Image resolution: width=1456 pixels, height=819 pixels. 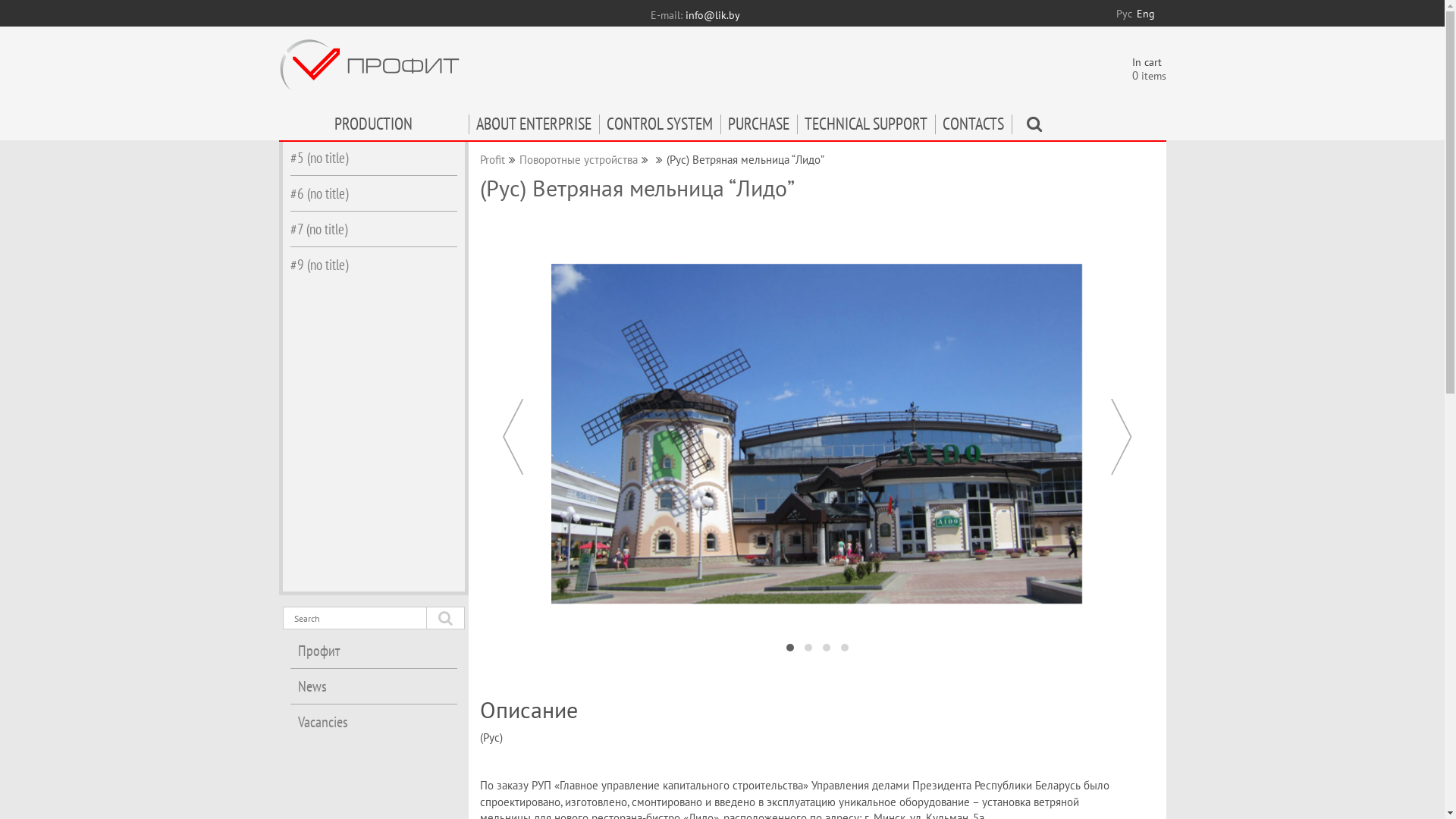 What do you see at coordinates (374, 127) in the screenshot?
I see `'PRODUCTION'` at bounding box center [374, 127].